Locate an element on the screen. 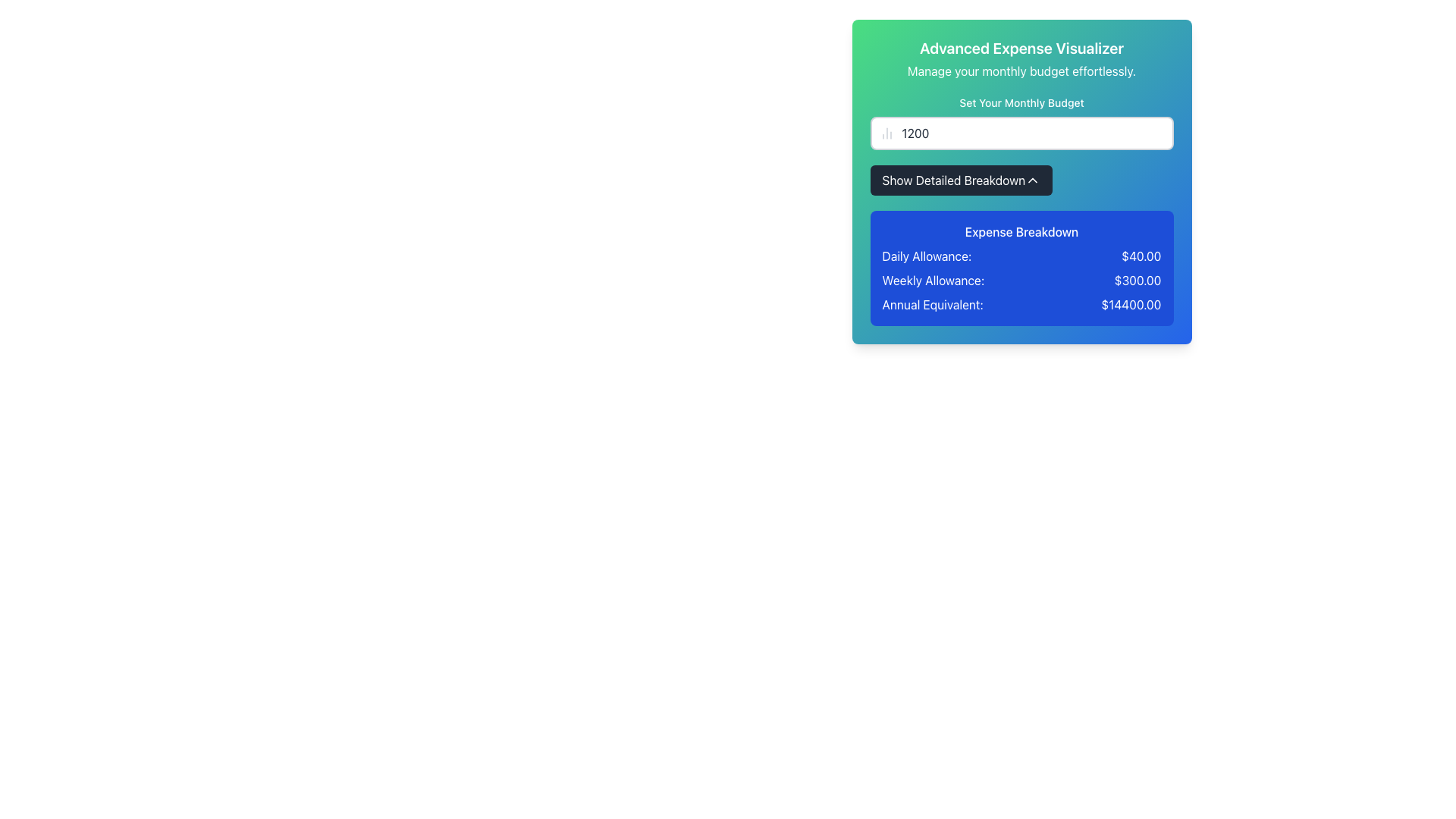  the Label displaying 'Set Your Monthly Budget', which is styled in a block format and located between the text 'Manage your monthly budget effortlessly.' and the button 'Show Detailed Breakdown' is located at coordinates (1021, 122).